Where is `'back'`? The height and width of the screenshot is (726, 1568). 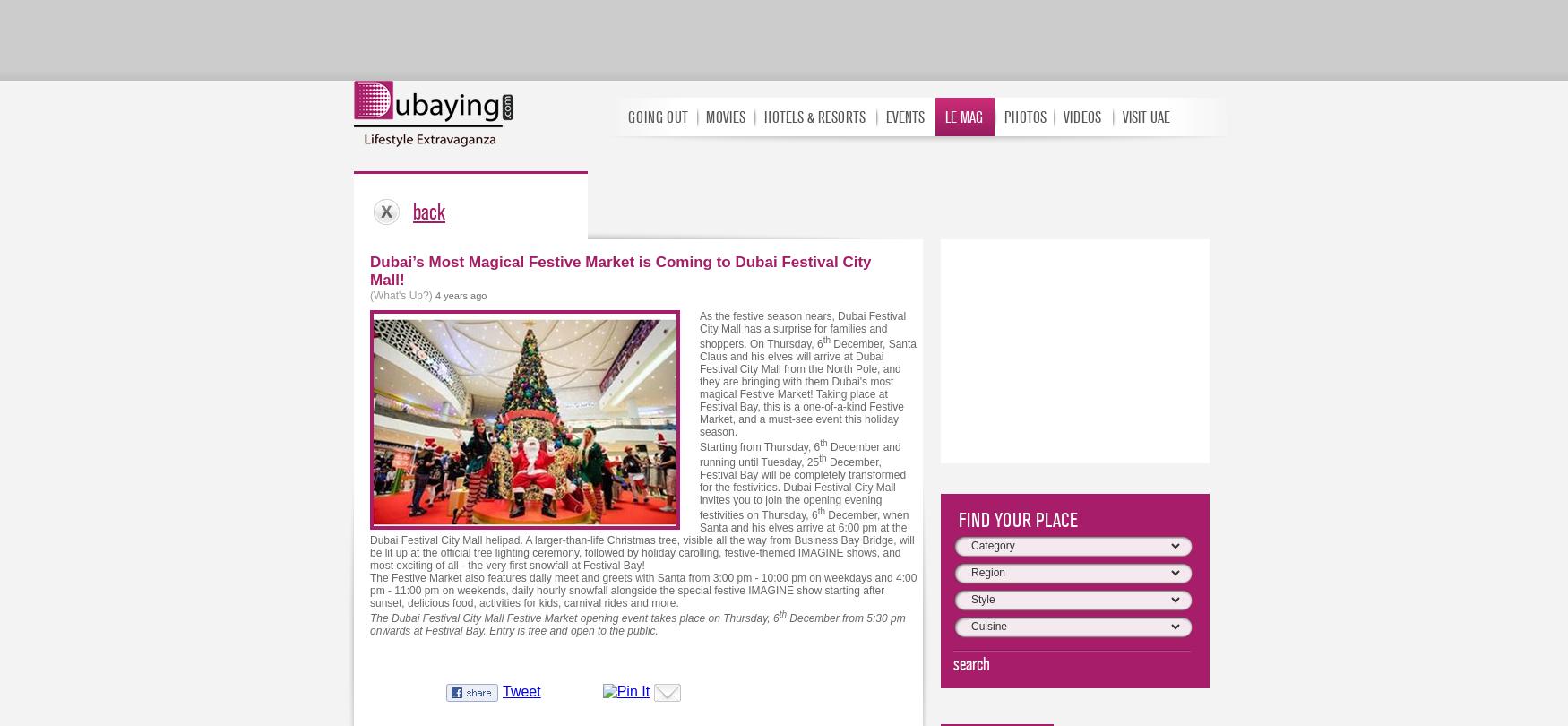 'back' is located at coordinates (412, 212).